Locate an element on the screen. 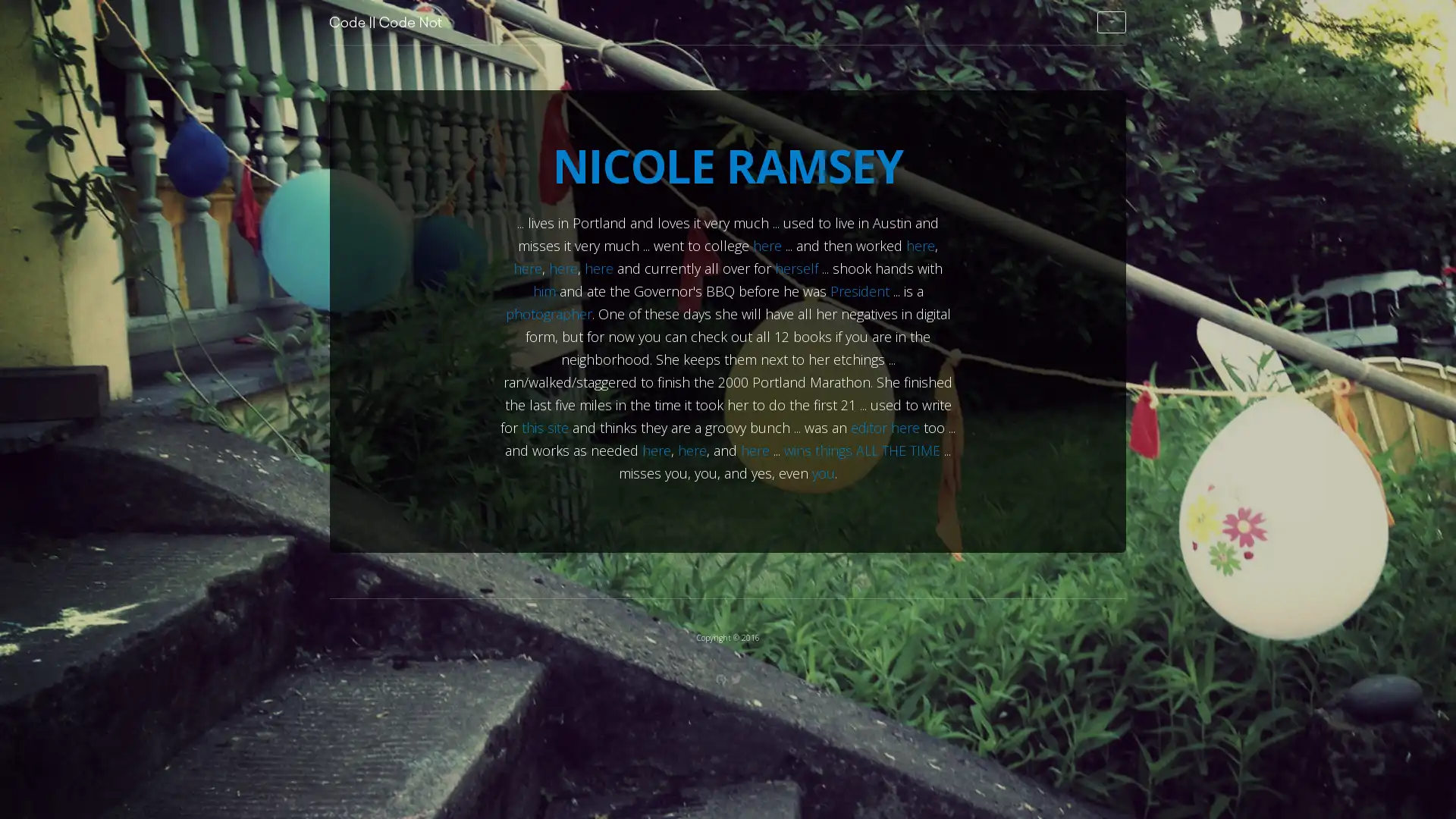 The height and width of the screenshot is (819, 1456). Select page is located at coordinates (1111, 21).